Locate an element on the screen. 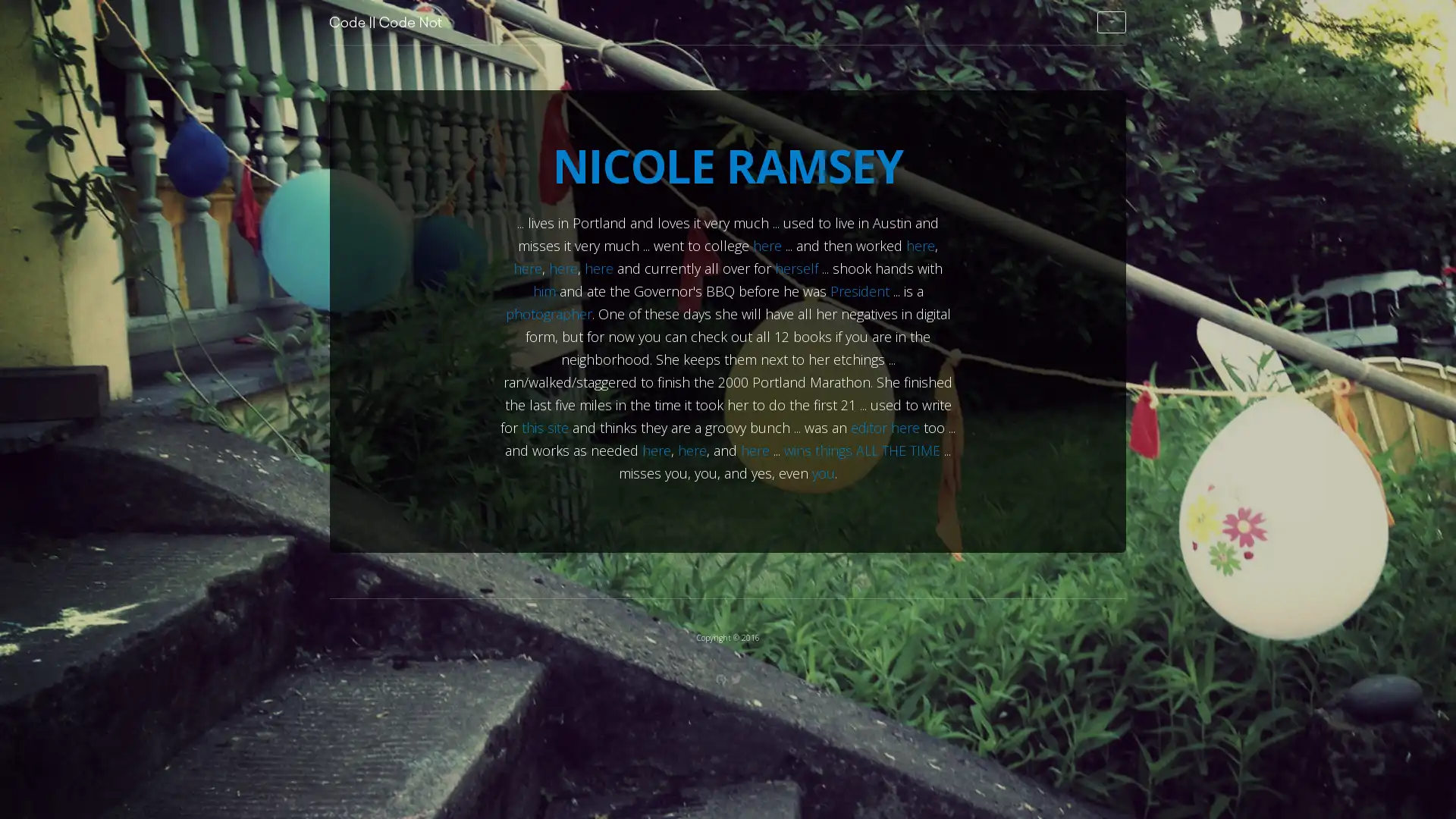 The height and width of the screenshot is (819, 1456). Select page is located at coordinates (1111, 21).